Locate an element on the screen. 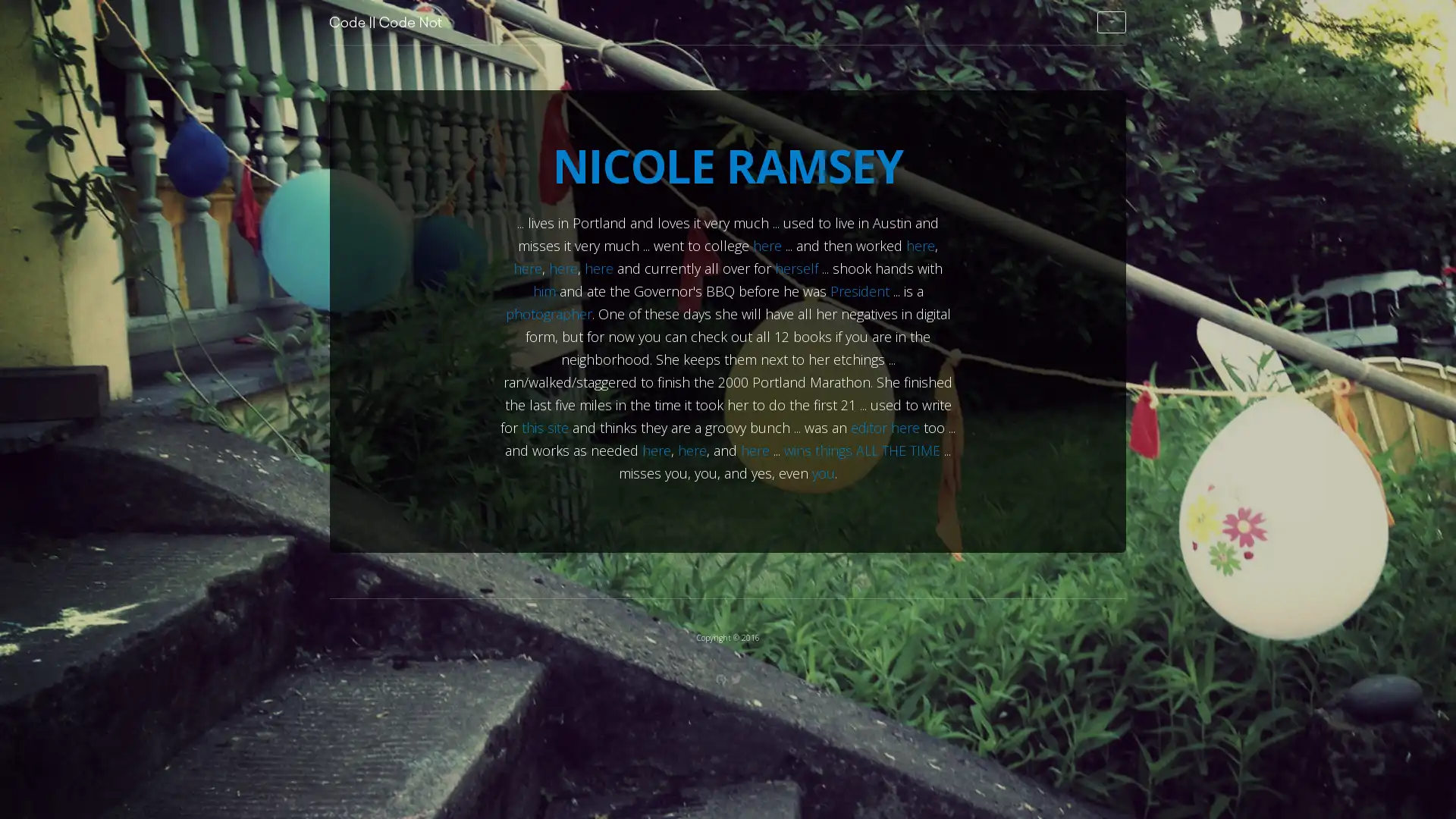 The height and width of the screenshot is (819, 1456). Select page is located at coordinates (1111, 21).